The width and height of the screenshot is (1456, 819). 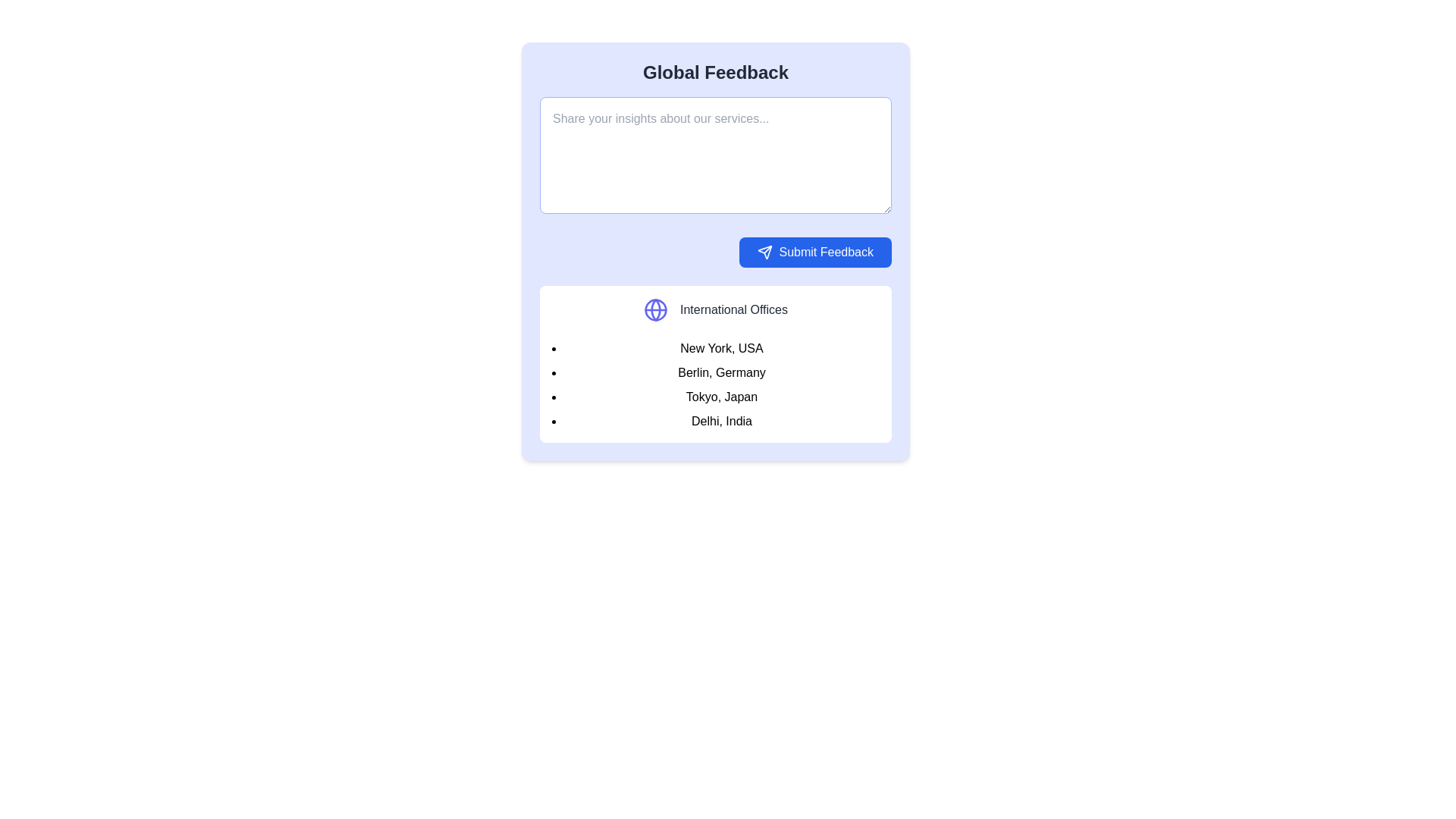 I want to click on the second item in the vertically arranged bulleted list that represents the office location in Berlin, Germany, located under 'International Offices' heading, so click(x=720, y=373).